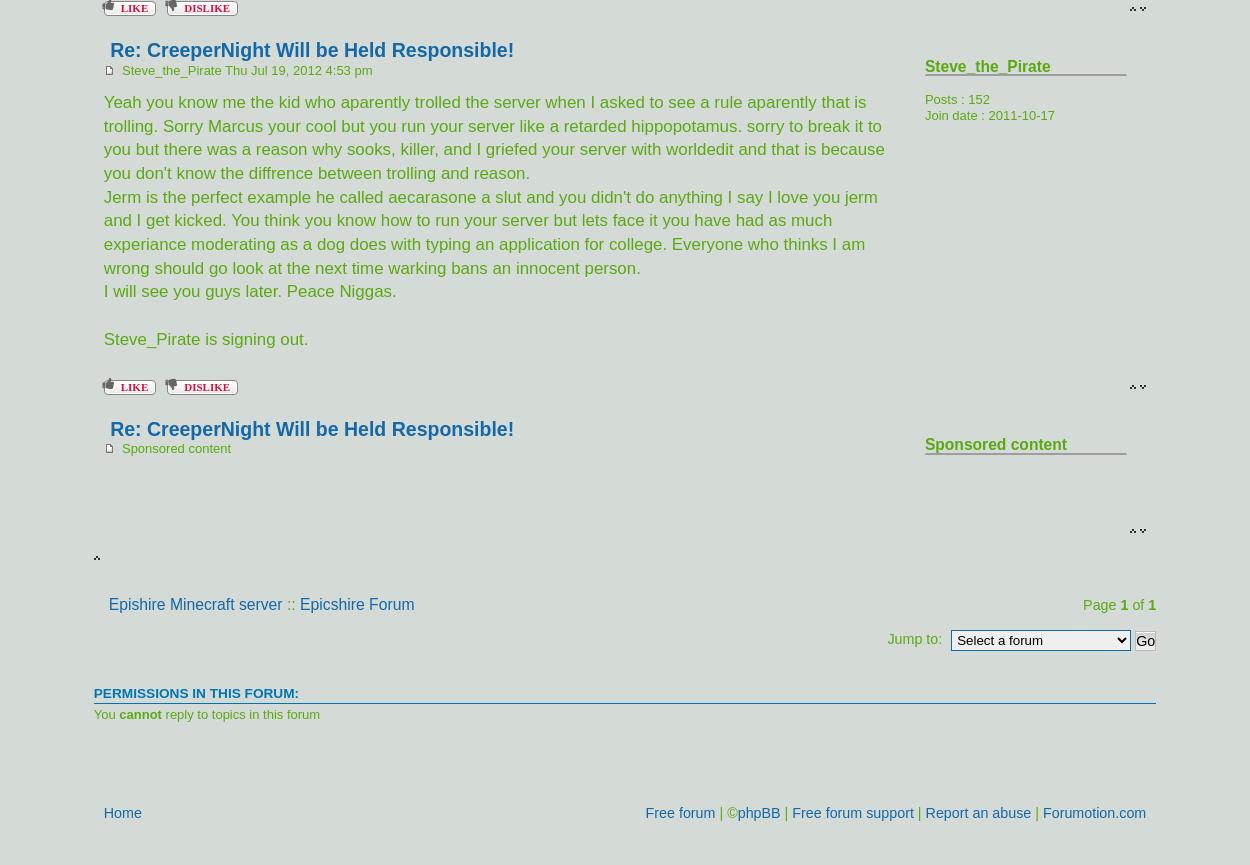  Describe the element at coordinates (1093, 810) in the screenshot. I see `'Forumotion.com'` at that location.